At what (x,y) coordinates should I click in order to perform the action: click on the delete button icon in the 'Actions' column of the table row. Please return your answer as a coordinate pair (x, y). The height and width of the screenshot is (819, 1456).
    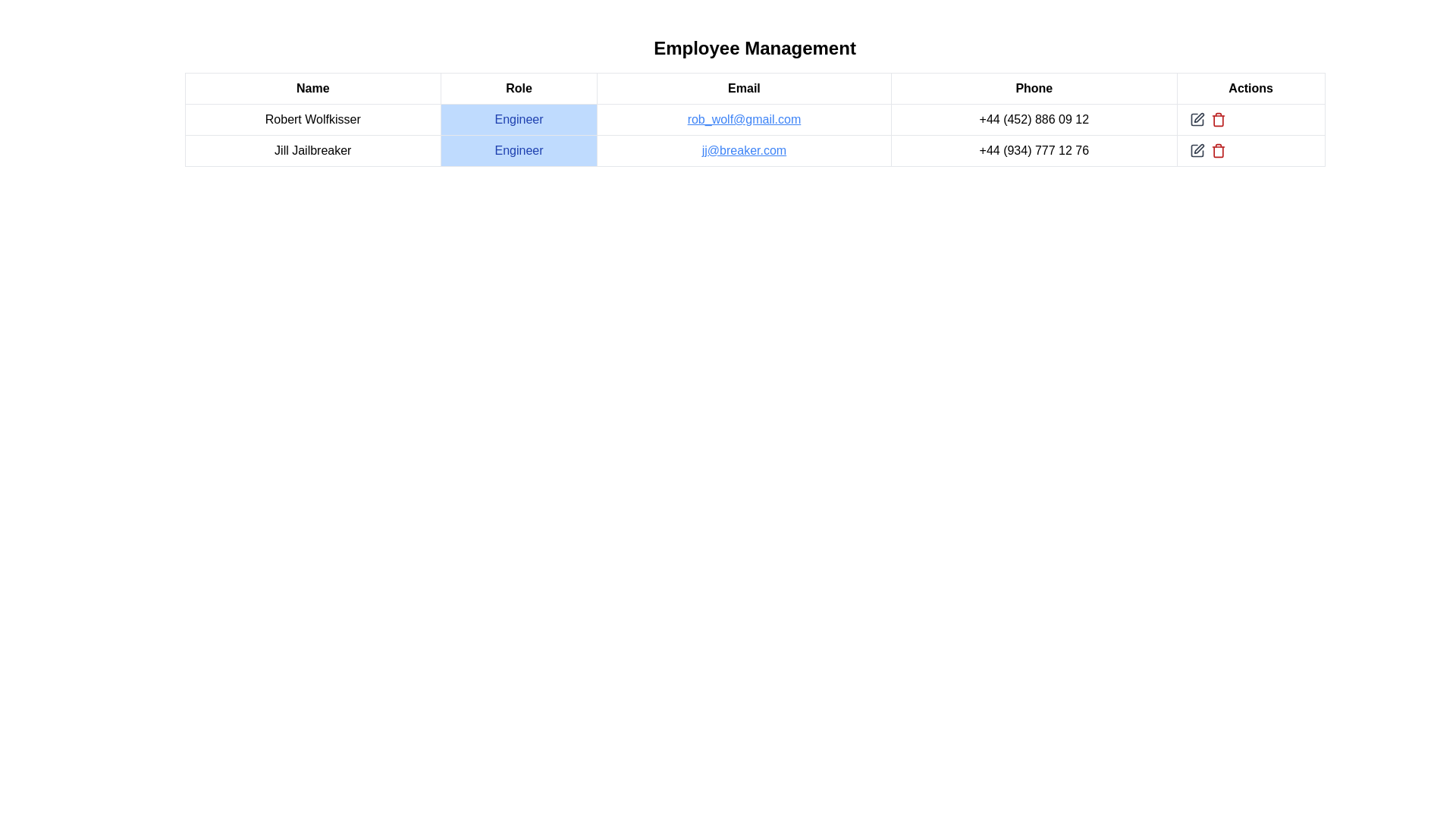
    Looking at the image, I should click on (1218, 151).